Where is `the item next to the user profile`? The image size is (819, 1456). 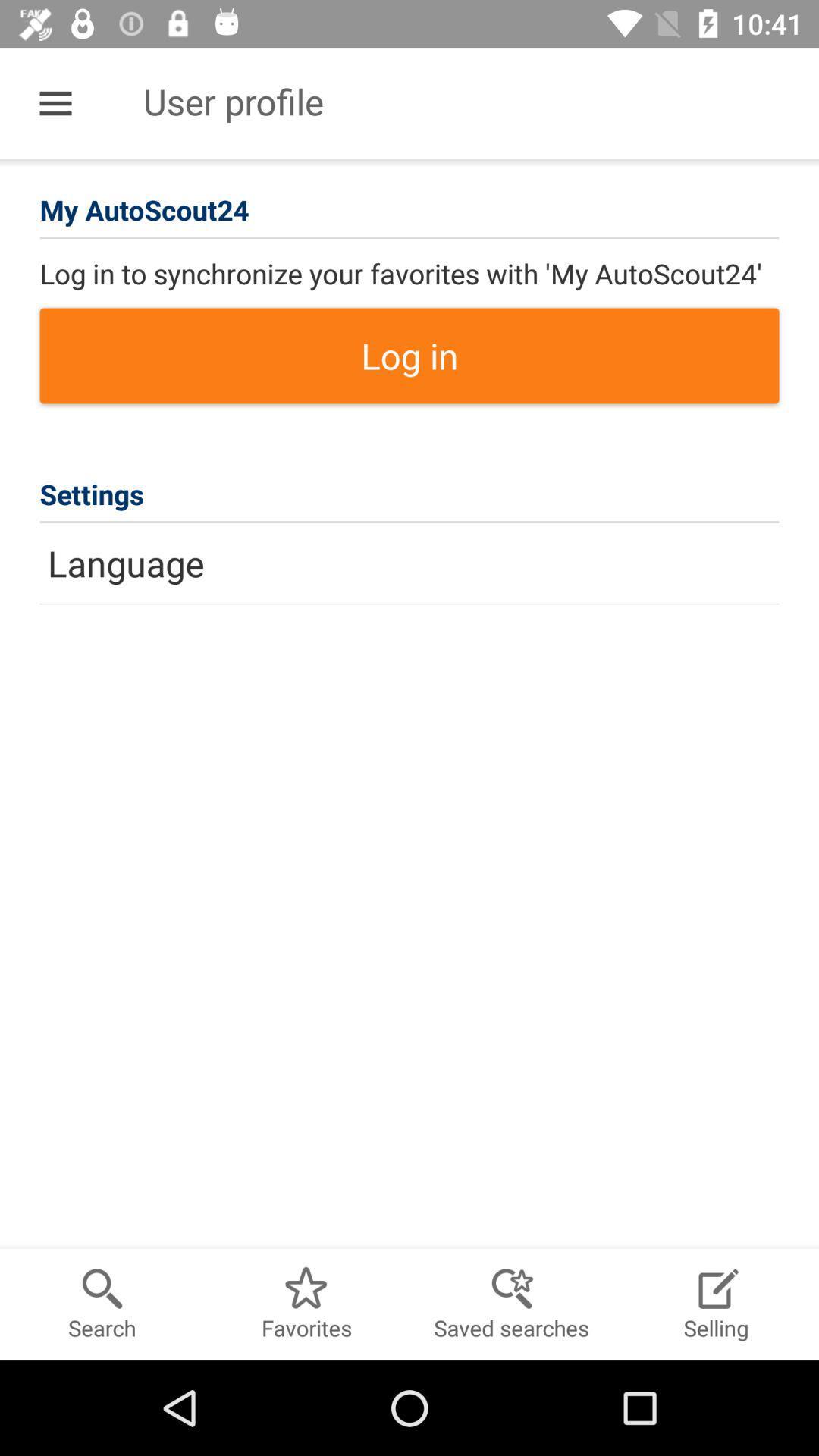
the item next to the user profile is located at coordinates (55, 102).